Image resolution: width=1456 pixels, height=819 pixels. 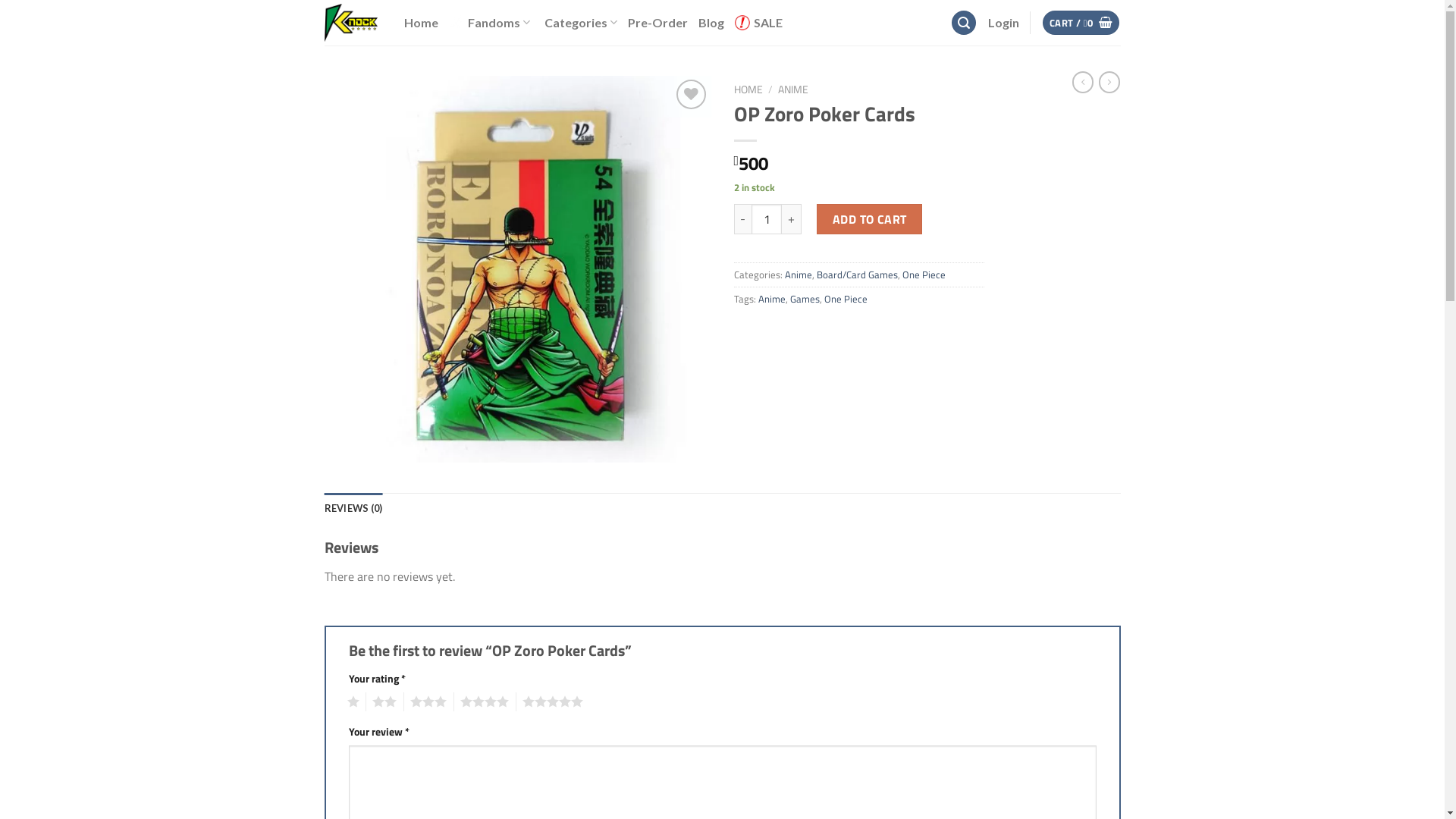 I want to click on 'Board/Card Games', so click(x=856, y=275).